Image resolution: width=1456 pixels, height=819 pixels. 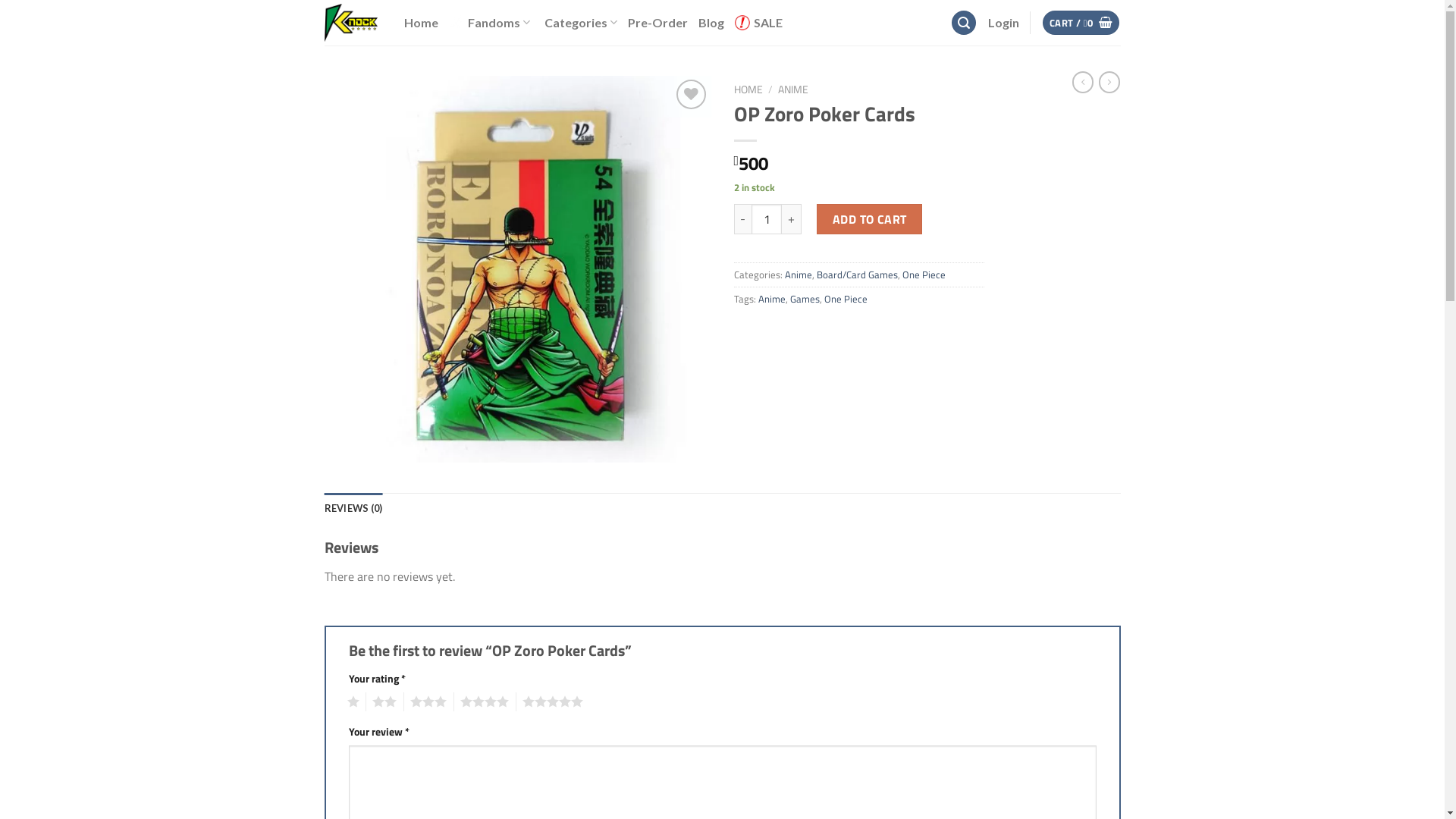 I want to click on 'Board/Card Games', so click(x=856, y=275).